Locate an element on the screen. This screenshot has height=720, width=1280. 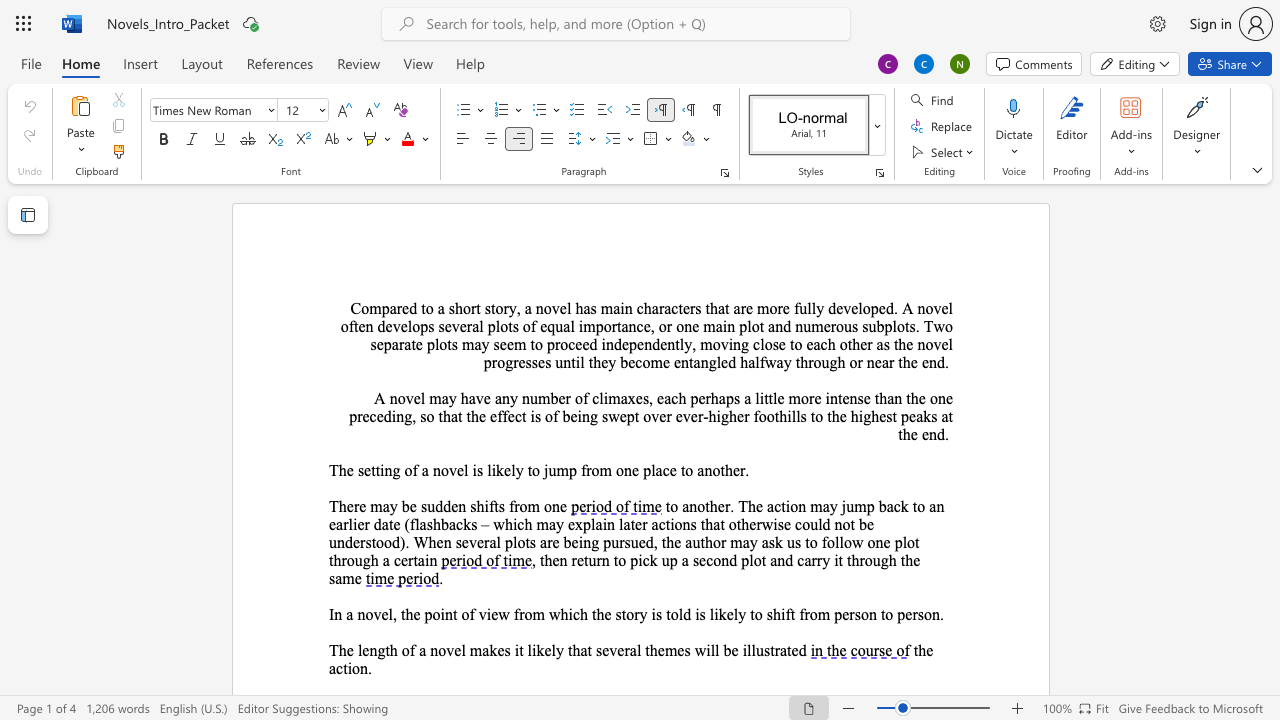
the 10th character "e" in the text is located at coordinates (541, 362).